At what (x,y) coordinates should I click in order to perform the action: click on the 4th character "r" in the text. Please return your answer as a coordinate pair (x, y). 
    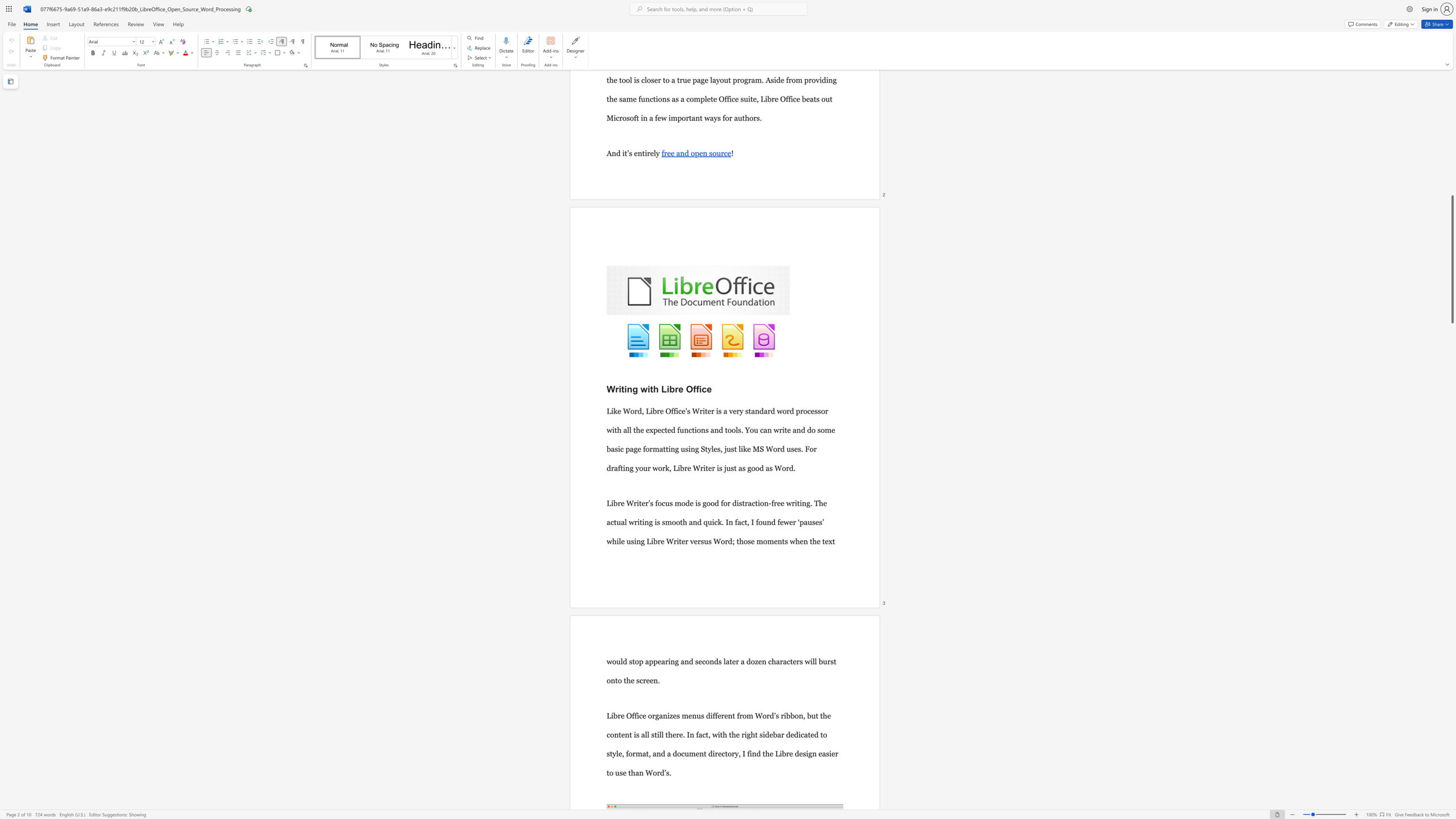
    Looking at the image, I should click on (798, 661).